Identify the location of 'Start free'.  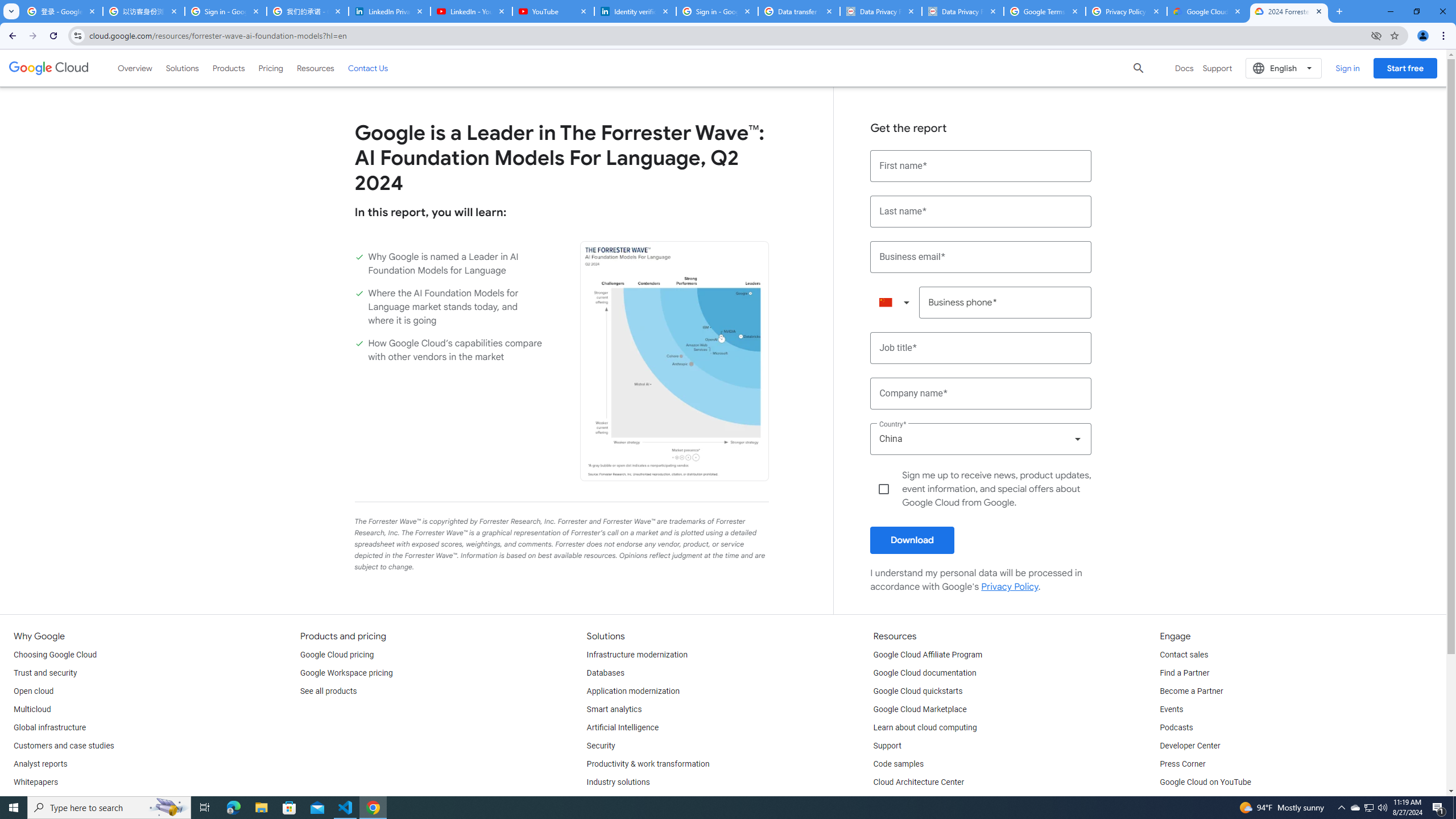
(1405, 67).